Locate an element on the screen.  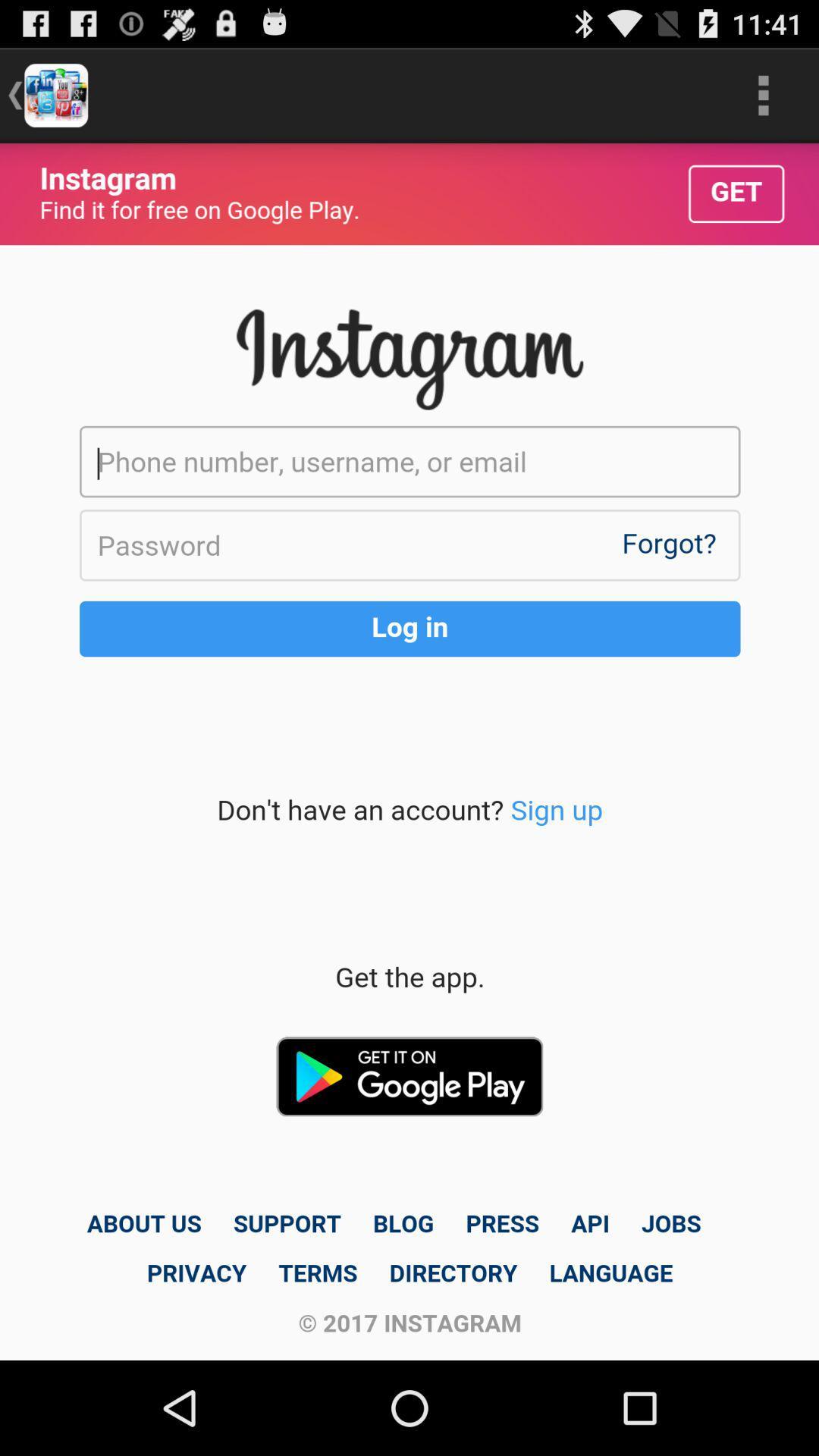
personal info is located at coordinates (409, 752).